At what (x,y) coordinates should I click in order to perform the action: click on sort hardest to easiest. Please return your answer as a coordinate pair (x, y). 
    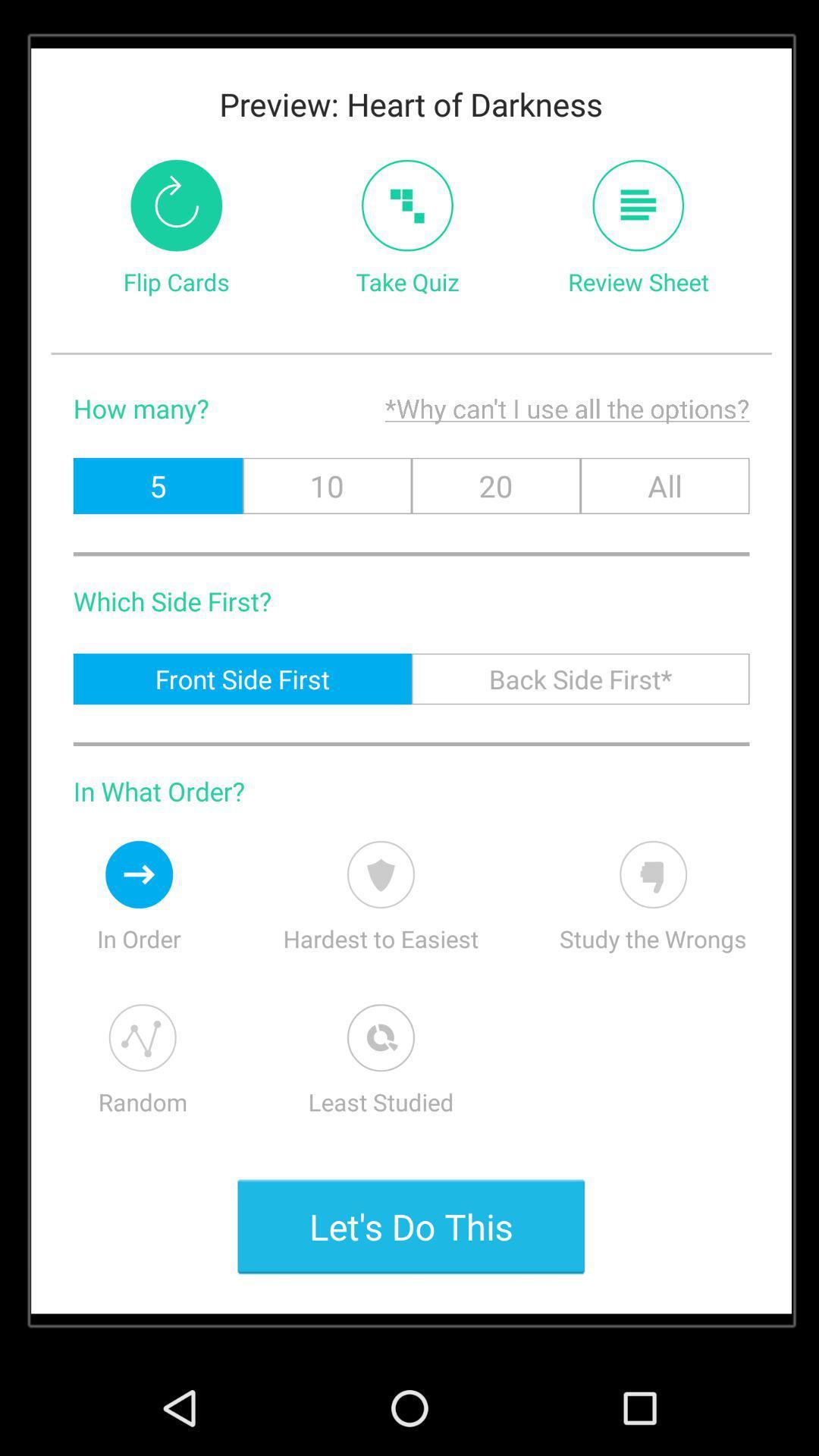
    Looking at the image, I should click on (380, 874).